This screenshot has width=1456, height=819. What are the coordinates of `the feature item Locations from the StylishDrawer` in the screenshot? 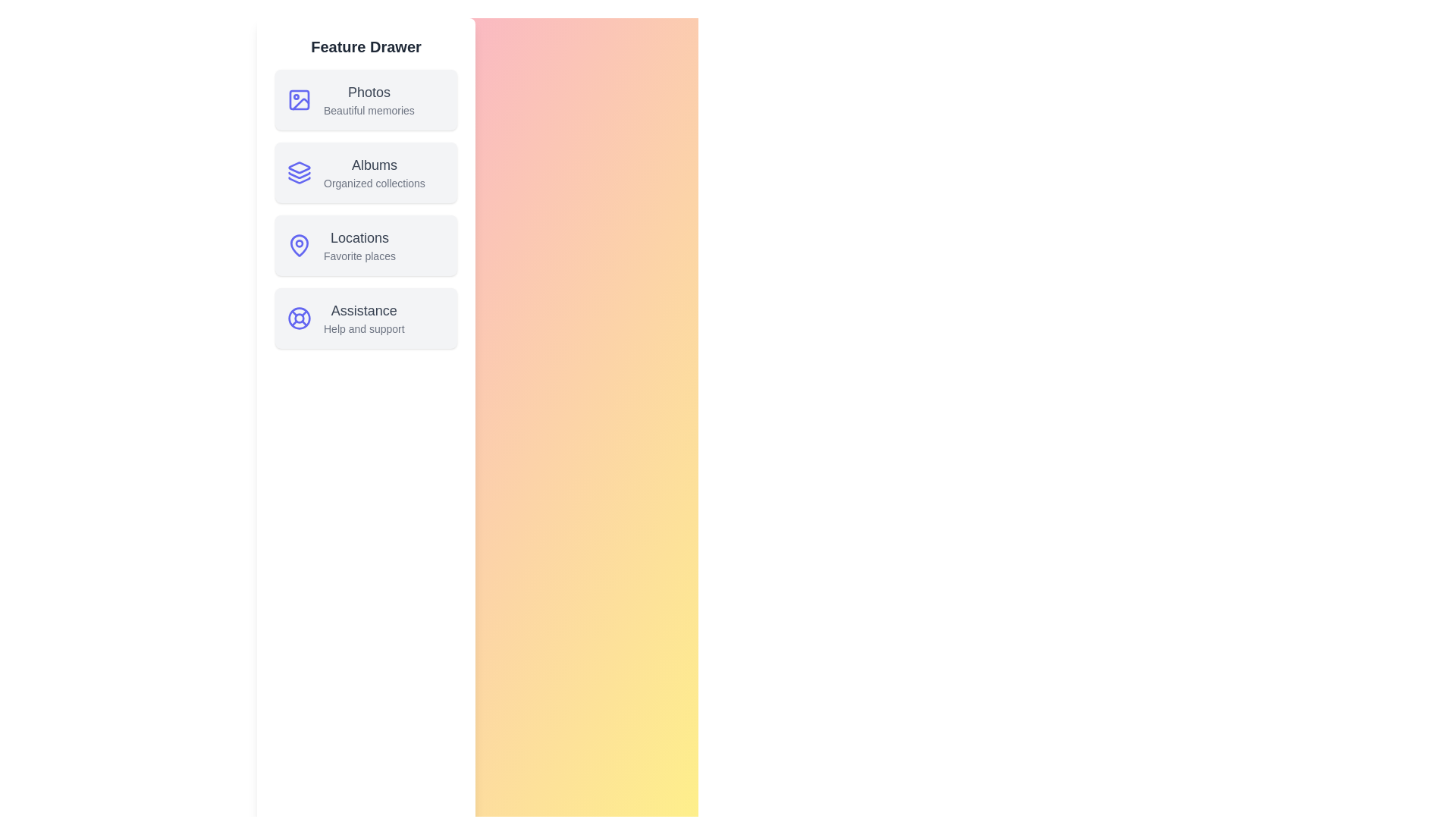 It's located at (366, 245).